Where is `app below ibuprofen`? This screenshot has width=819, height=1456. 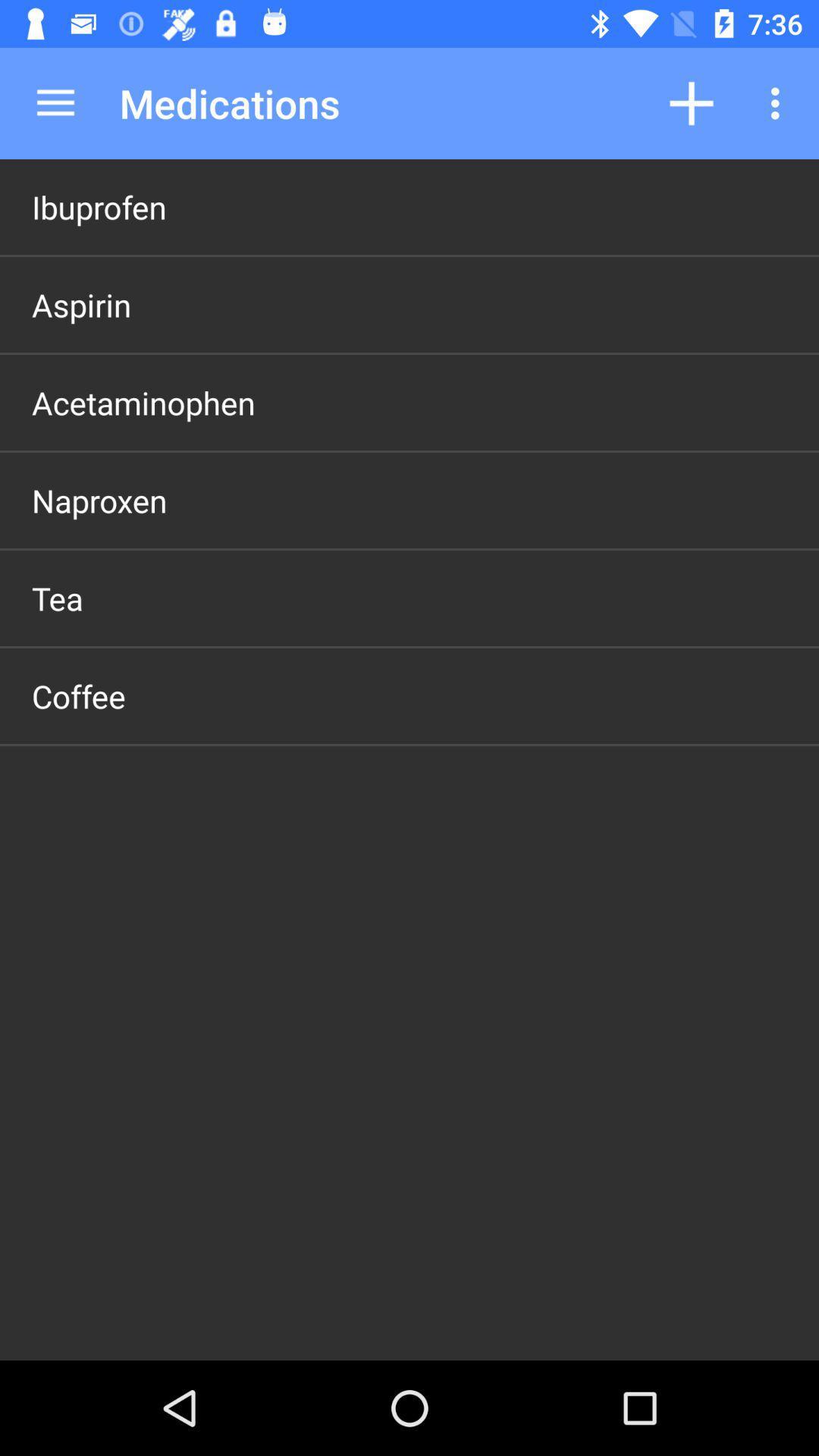
app below ibuprofen is located at coordinates (81, 304).